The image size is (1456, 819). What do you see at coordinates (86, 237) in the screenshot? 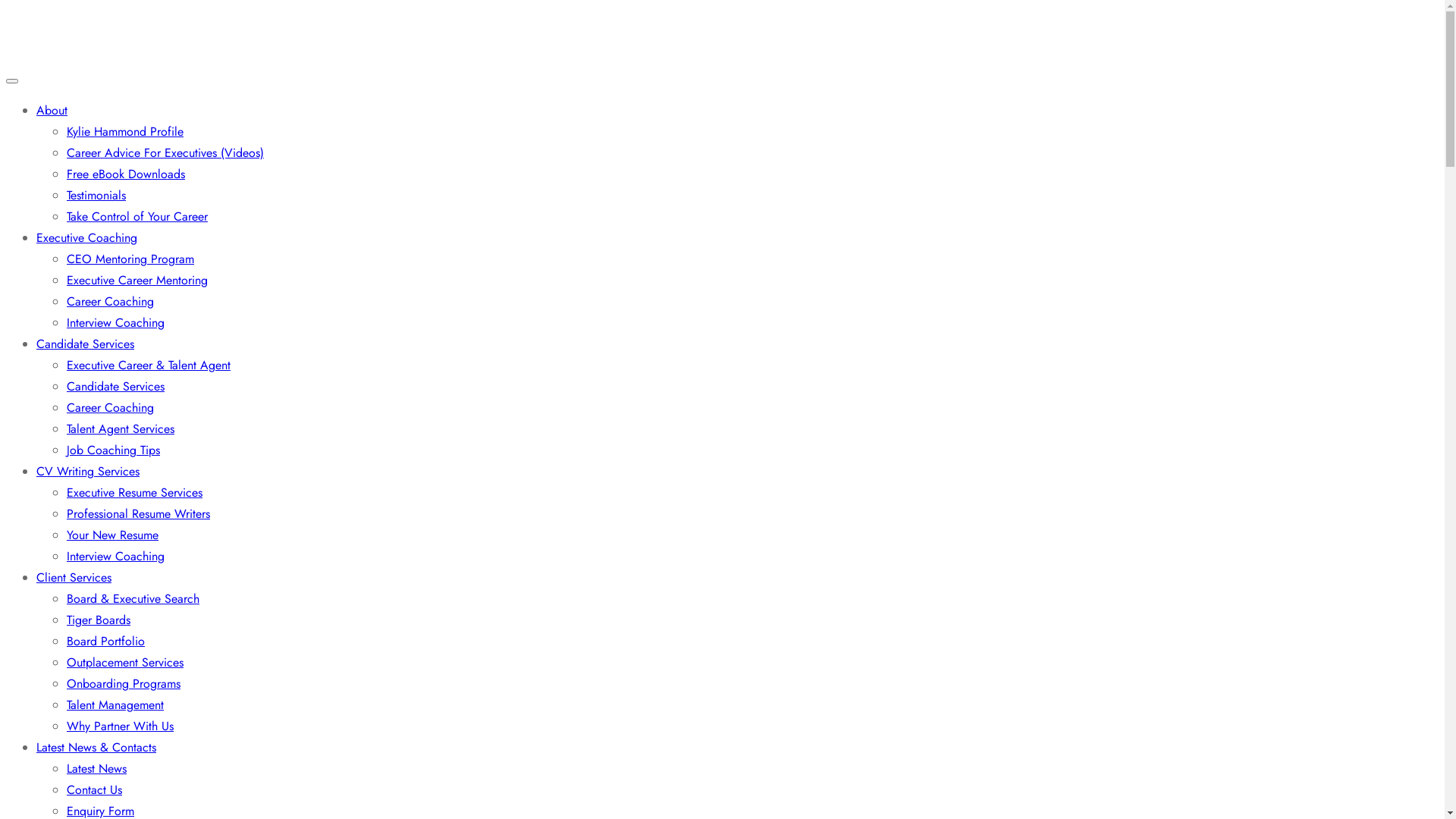
I see `'Executive Coaching'` at bounding box center [86, 237].